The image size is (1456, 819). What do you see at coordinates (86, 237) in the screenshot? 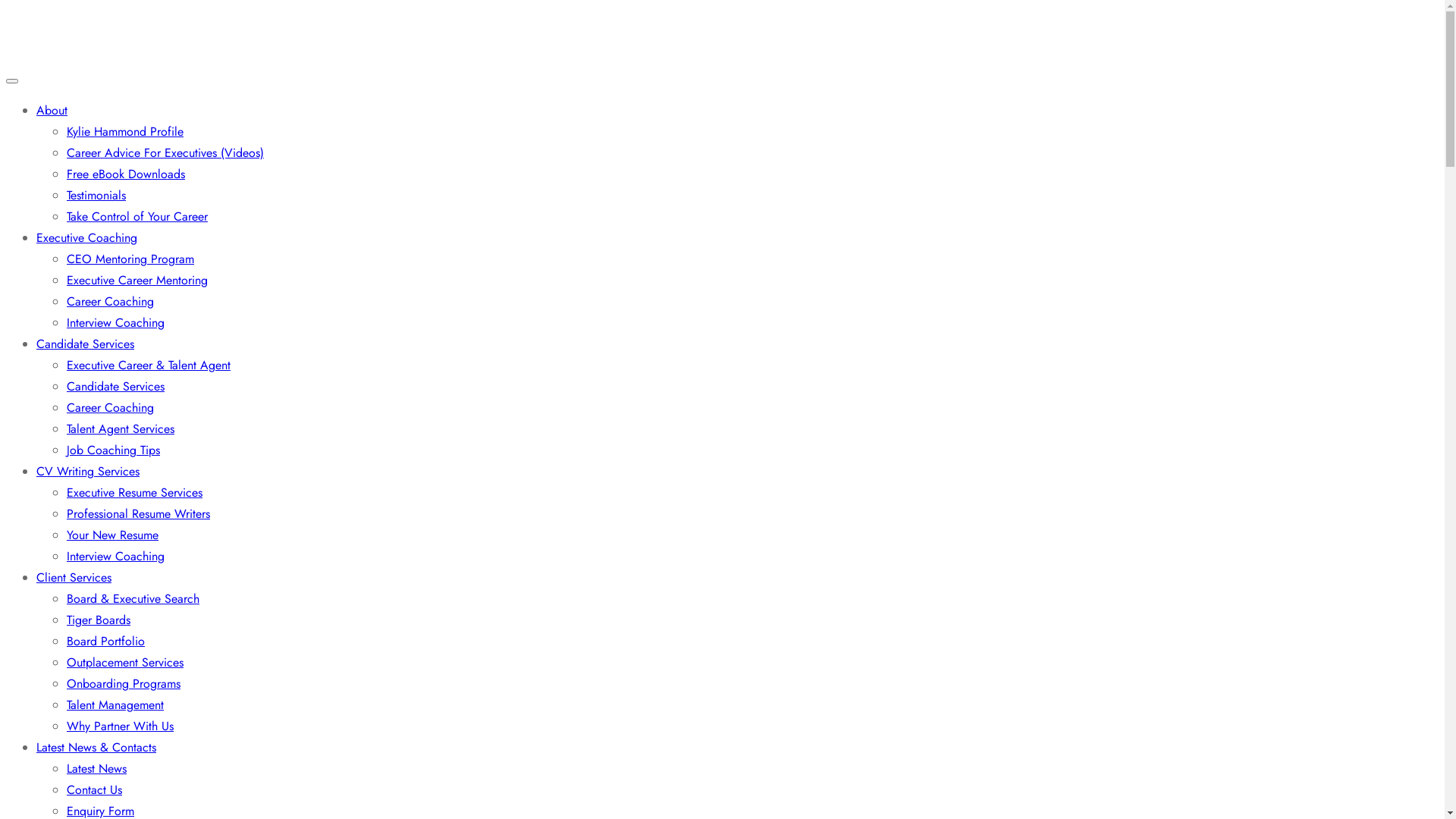
I see `'Executive Coaching'` at bounding box center [86, 237].